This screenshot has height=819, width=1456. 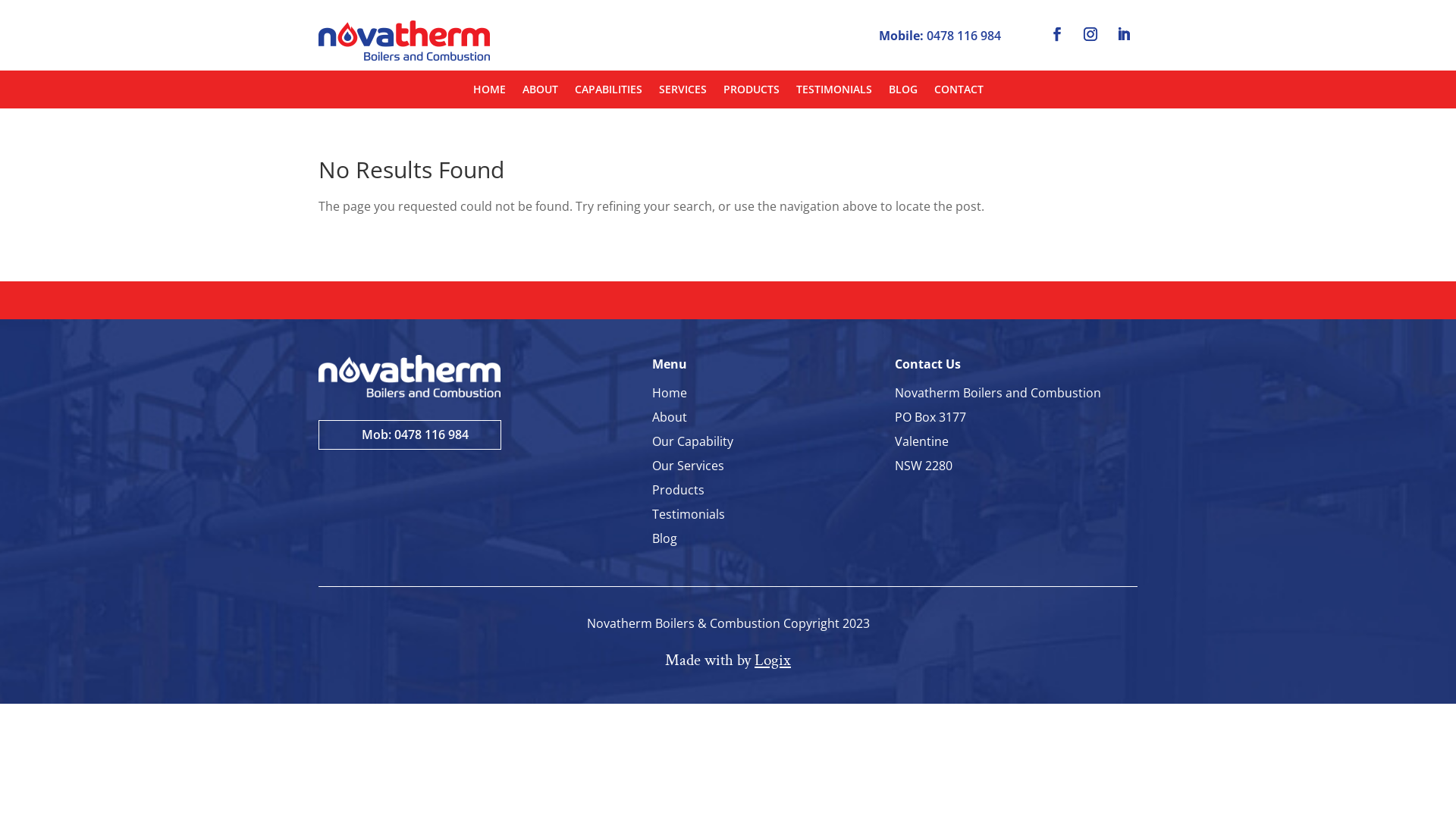 What do you see at coordinates (1110, 34) in the screenshot?
I see `'Follow on LinkedIn'` at bounding box center [1110, 34].